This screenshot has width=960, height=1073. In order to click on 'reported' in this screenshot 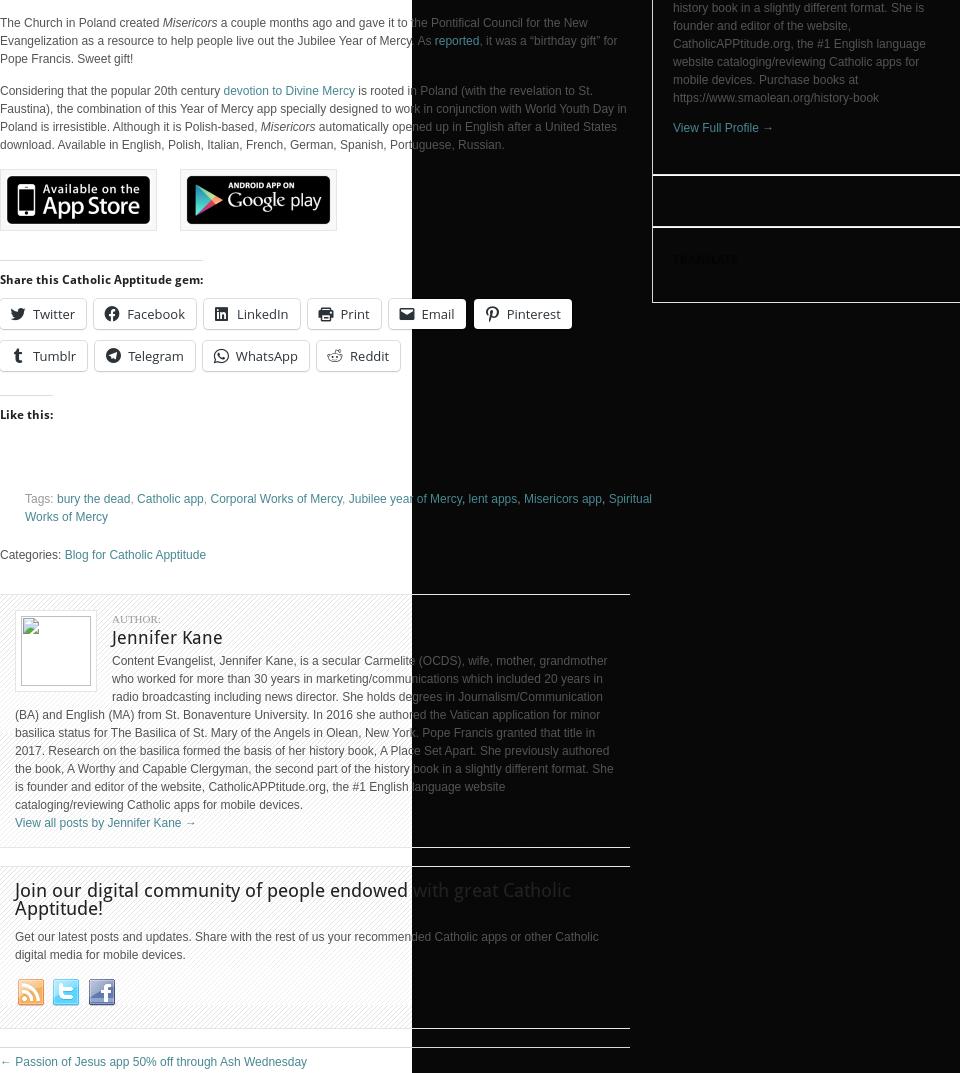, I will do `click(456, 39)`.